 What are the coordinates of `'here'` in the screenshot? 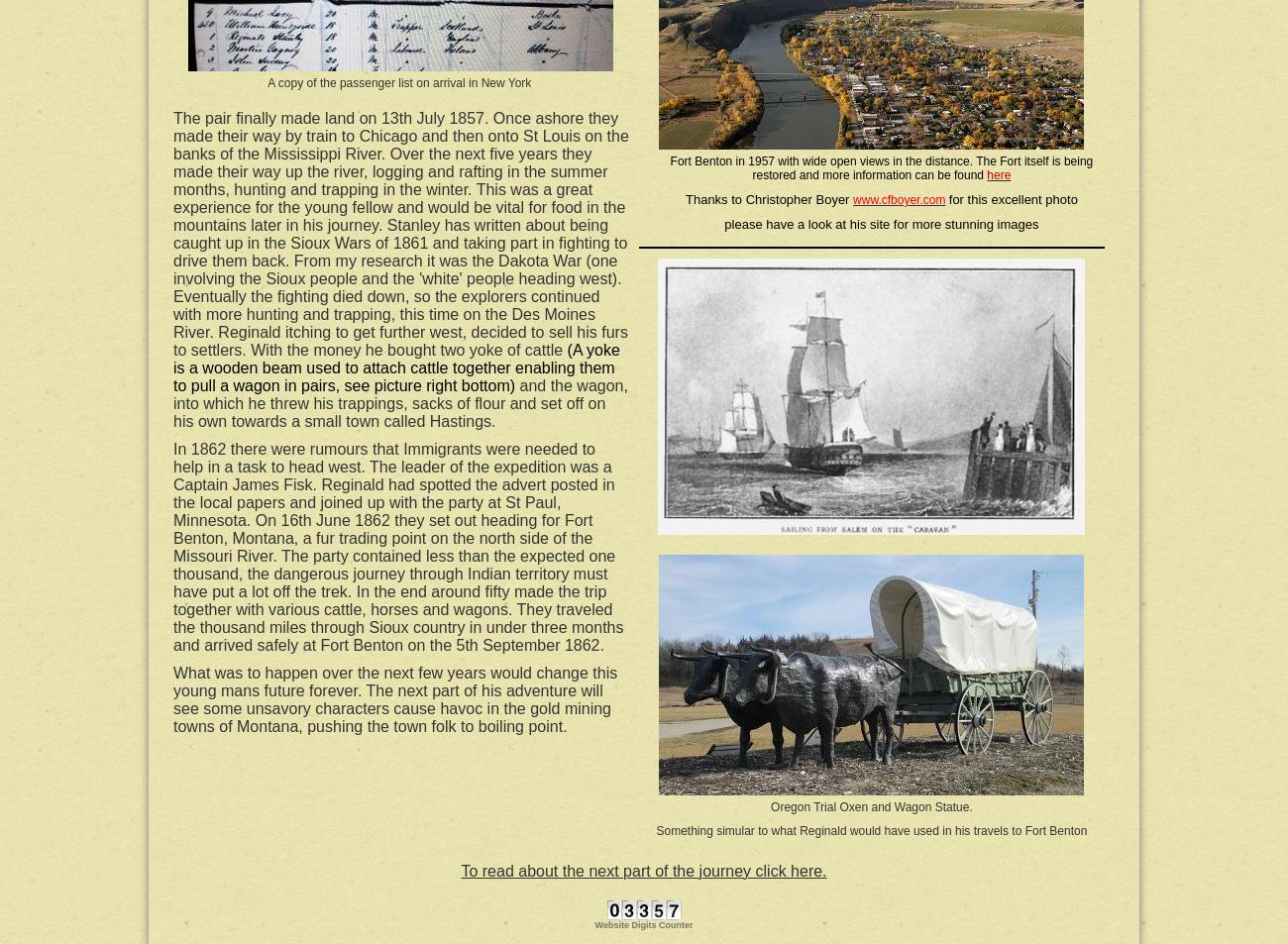 It's located at (986, 173).